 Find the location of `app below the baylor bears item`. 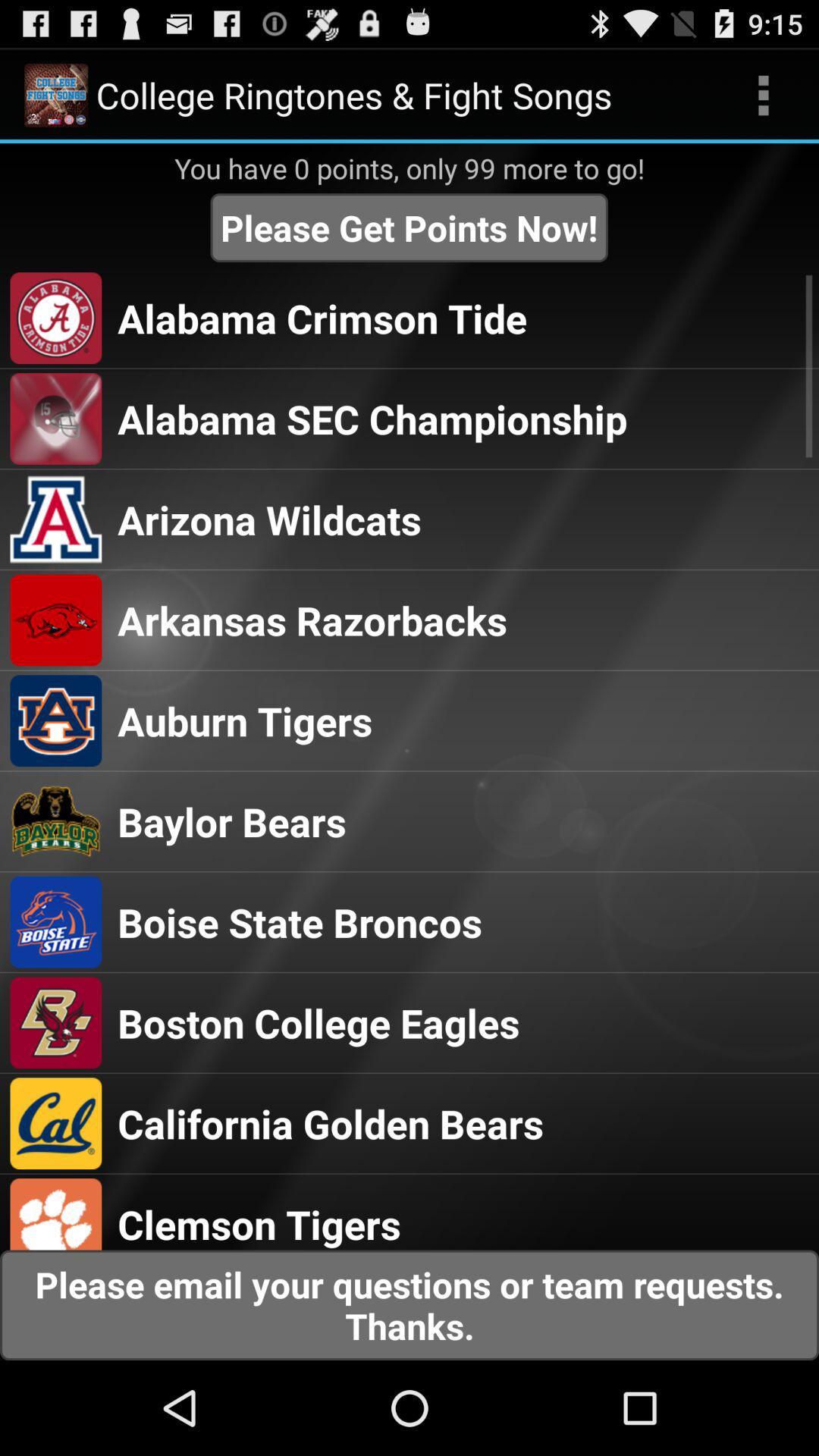

app below the baylor bears item is located at coordinates (300, 921).